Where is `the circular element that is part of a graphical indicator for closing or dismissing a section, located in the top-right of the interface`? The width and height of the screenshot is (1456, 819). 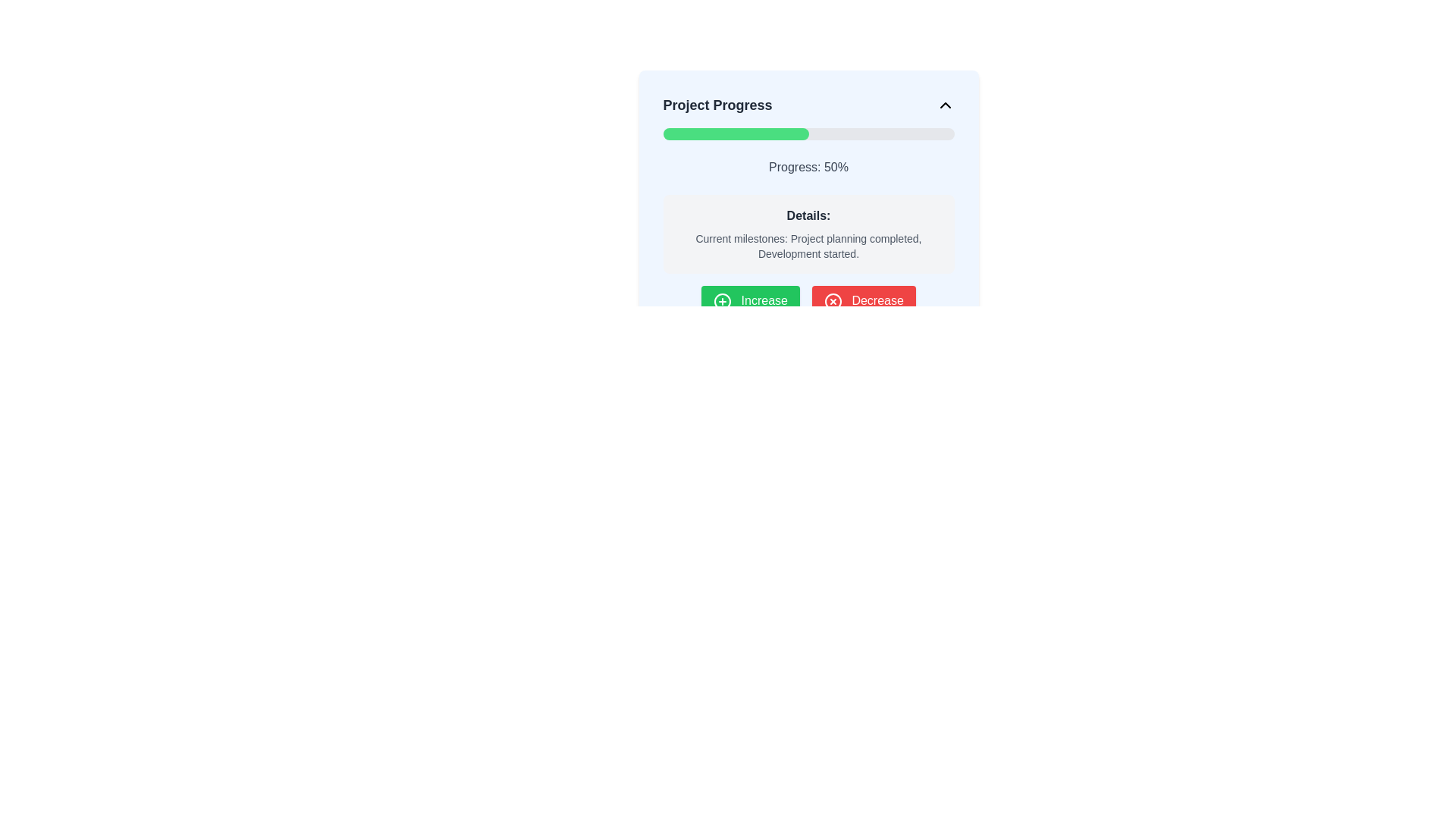
the circular element that is part of a graphical indicator for closing or dismissing a section, located in the top-right of the interface is located at coordinates (833, 301).